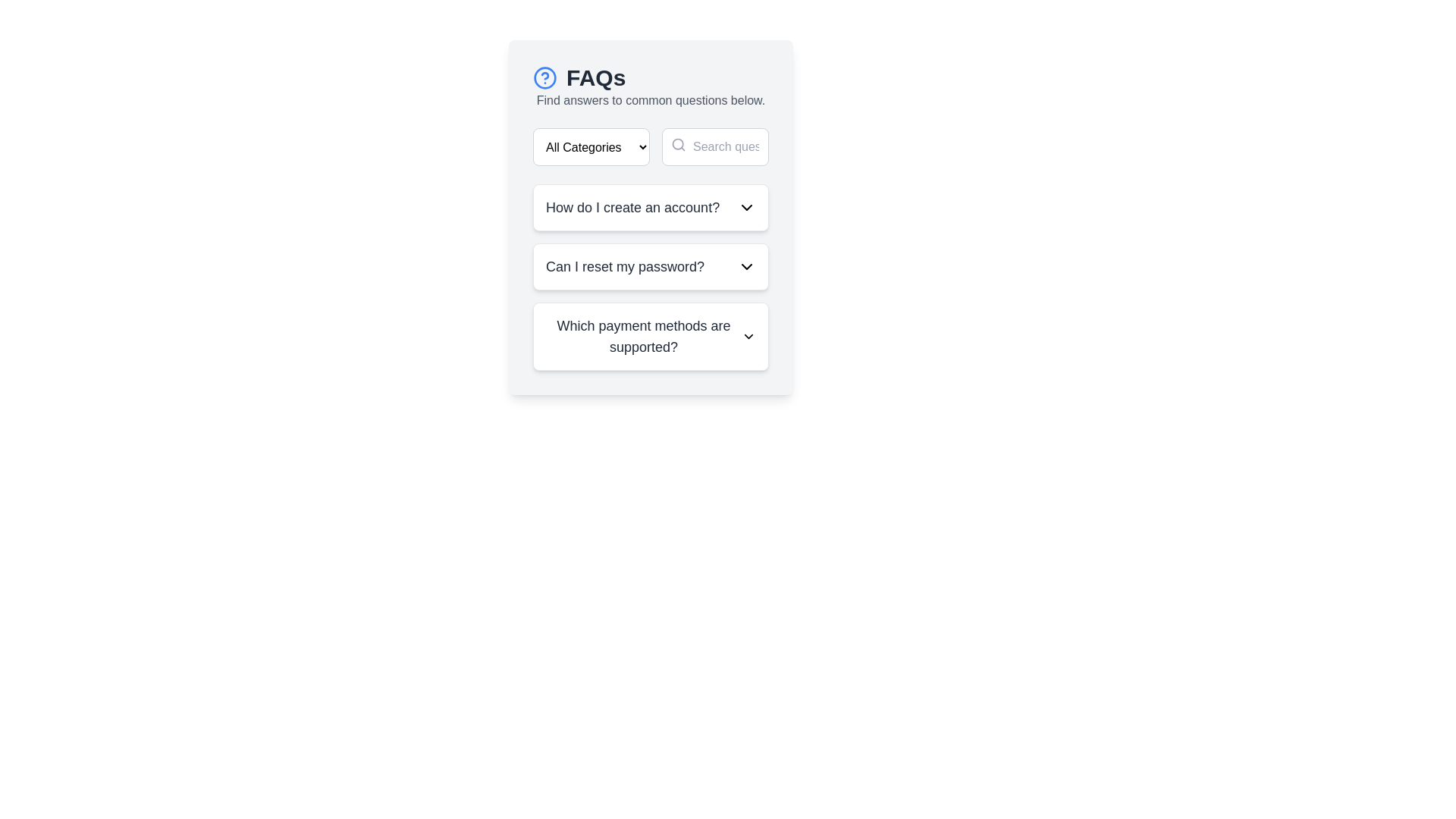  I want to click on the search icon located in the upper-right corner of the FAQ search bar section, which serves as a visual cue for search functionality, so click(677, 145).